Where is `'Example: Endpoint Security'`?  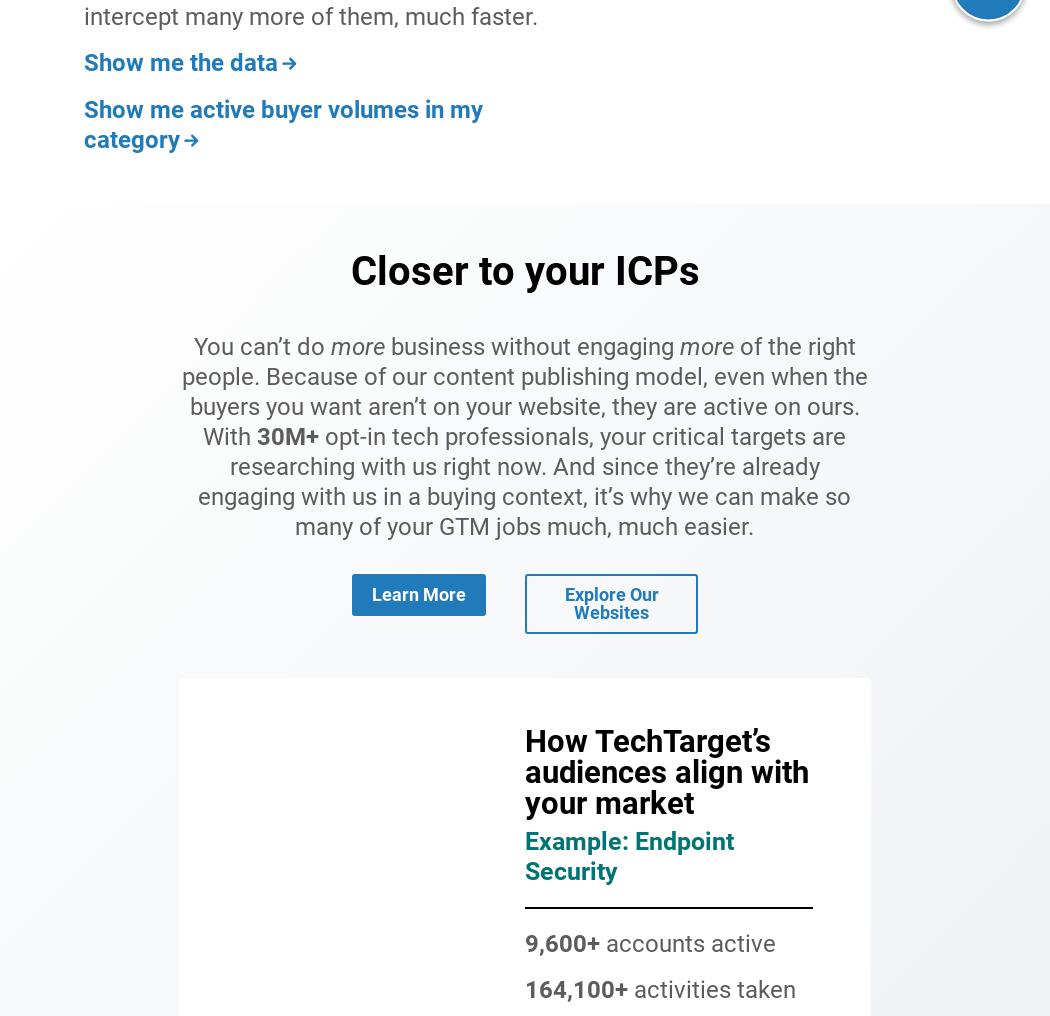
'Example: Endpoint Security' is located at coordinates (629, 855).